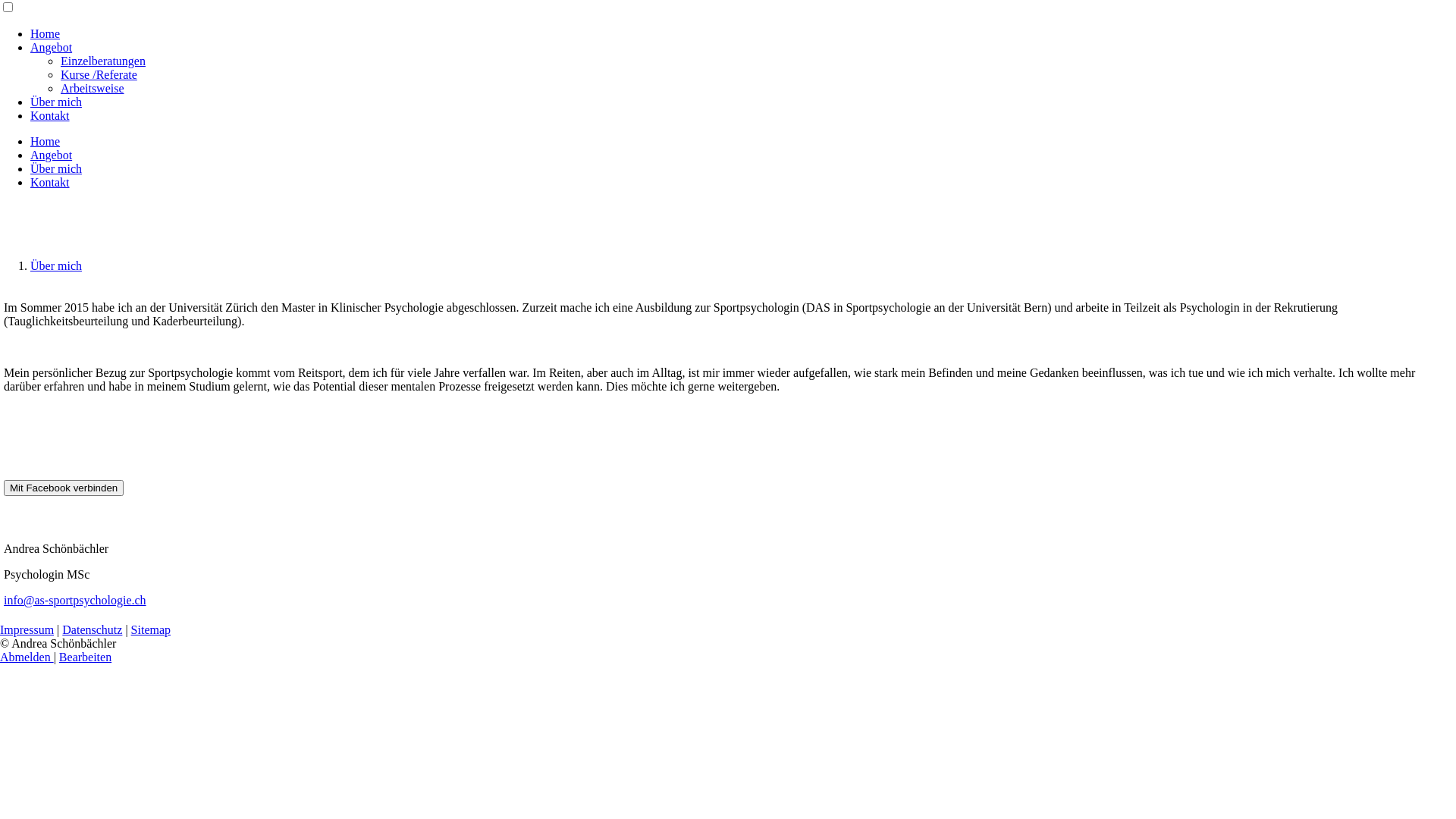 The width and height of the screenshot is (1456, 819). What do you see at coordinates (91, 88) in the screenshot?
I see `'Arbeitsweise'` at bounding box center [91, 88].